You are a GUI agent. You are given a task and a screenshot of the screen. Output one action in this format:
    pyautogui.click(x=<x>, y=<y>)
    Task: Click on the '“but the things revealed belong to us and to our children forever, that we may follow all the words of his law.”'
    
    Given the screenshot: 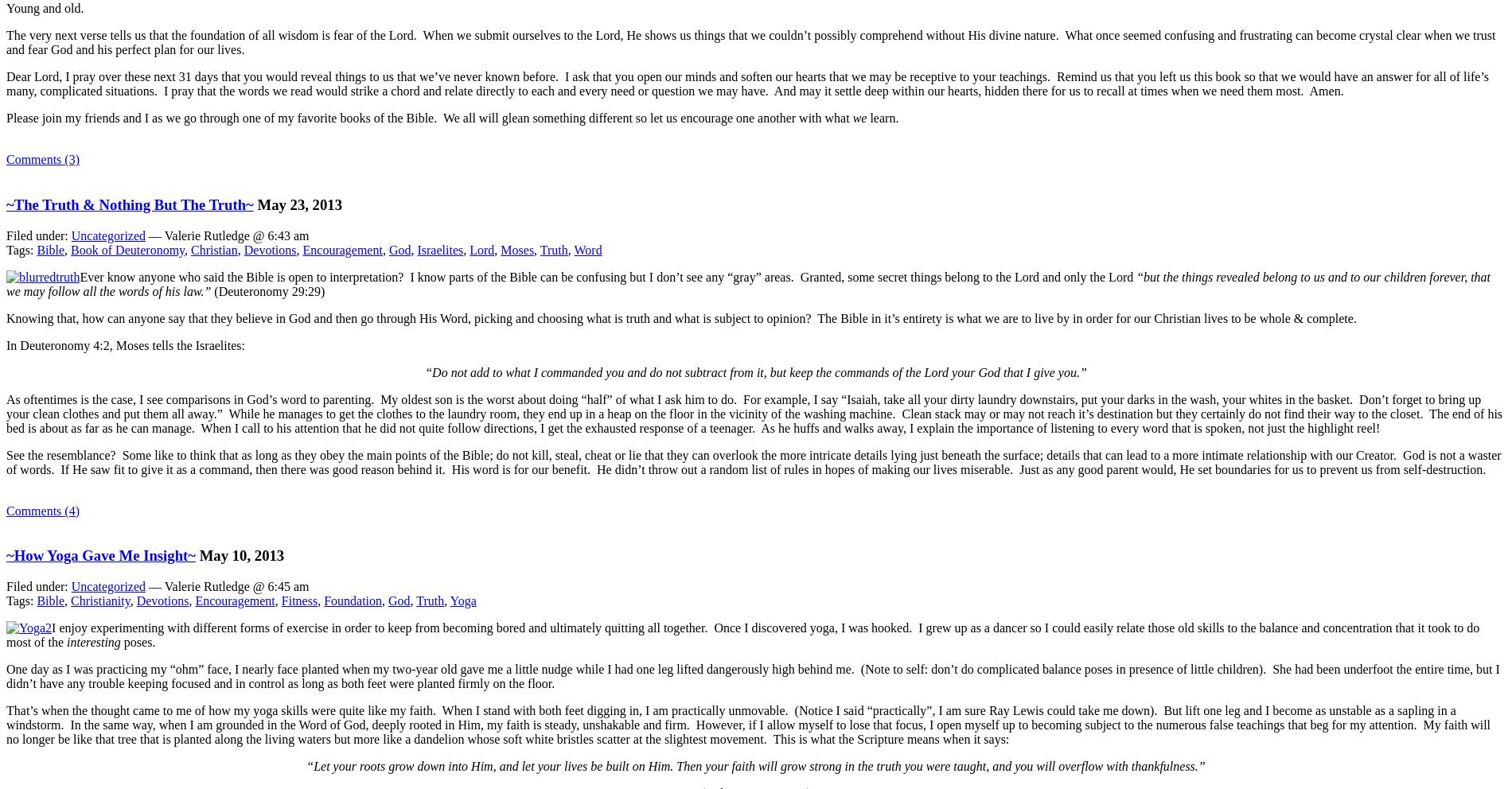 What is the action you would take?
    pyautogui.click(x=747, y=282)
    